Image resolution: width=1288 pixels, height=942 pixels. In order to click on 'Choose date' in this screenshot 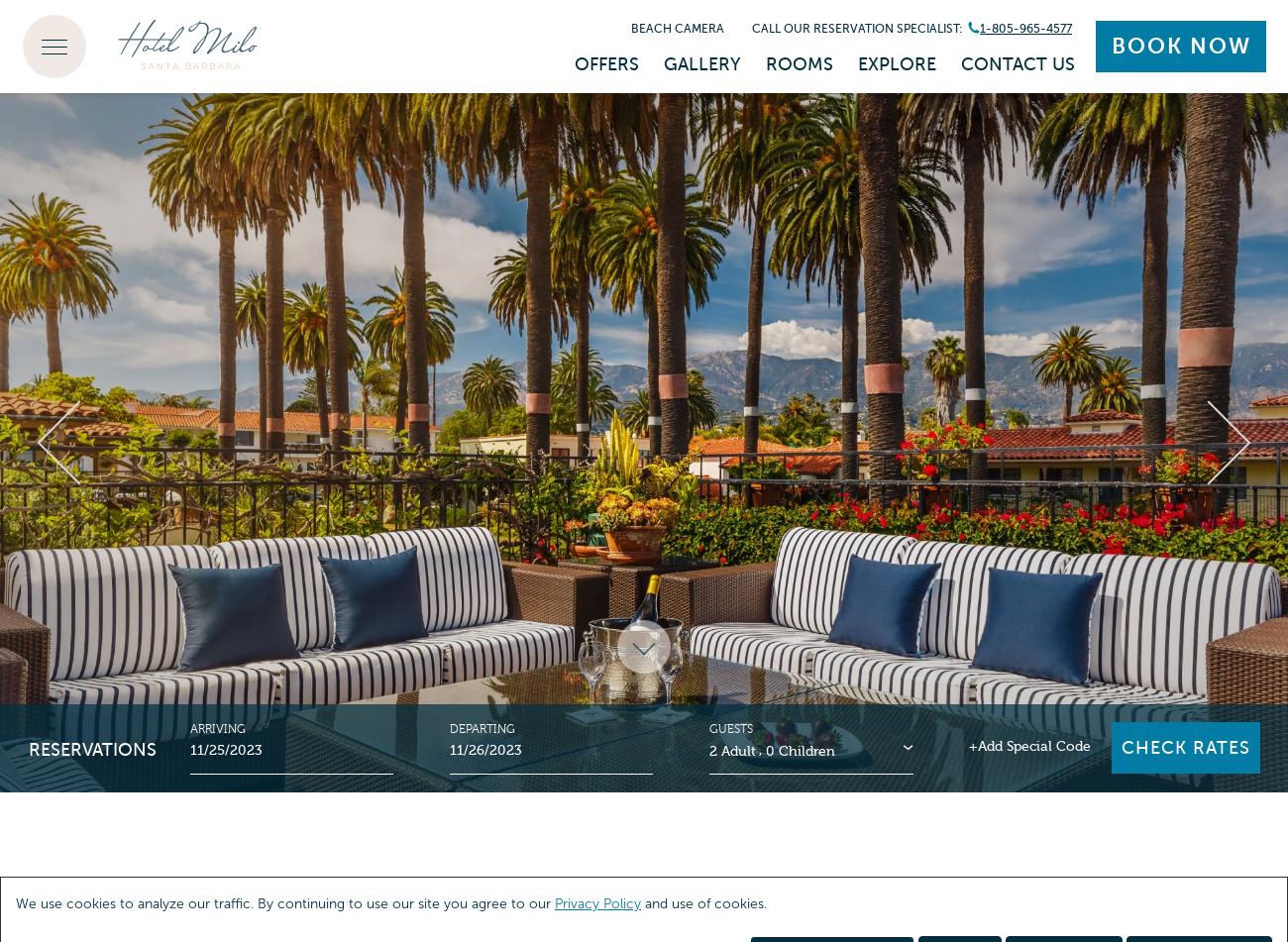, I will do `click(55, 745)`.